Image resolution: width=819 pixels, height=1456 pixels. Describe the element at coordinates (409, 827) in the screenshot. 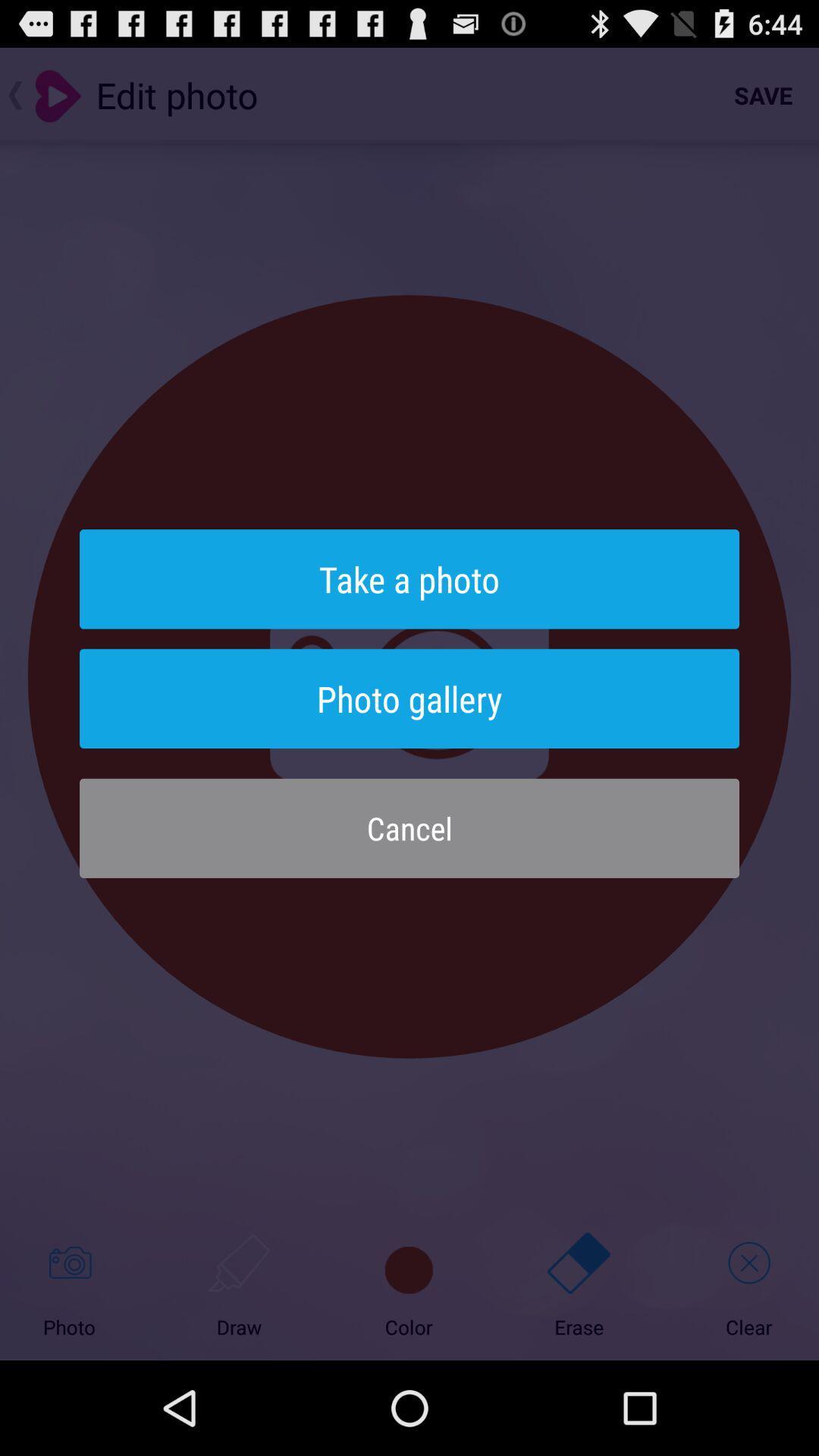

I see `button below the photo gallery icon` at that location.